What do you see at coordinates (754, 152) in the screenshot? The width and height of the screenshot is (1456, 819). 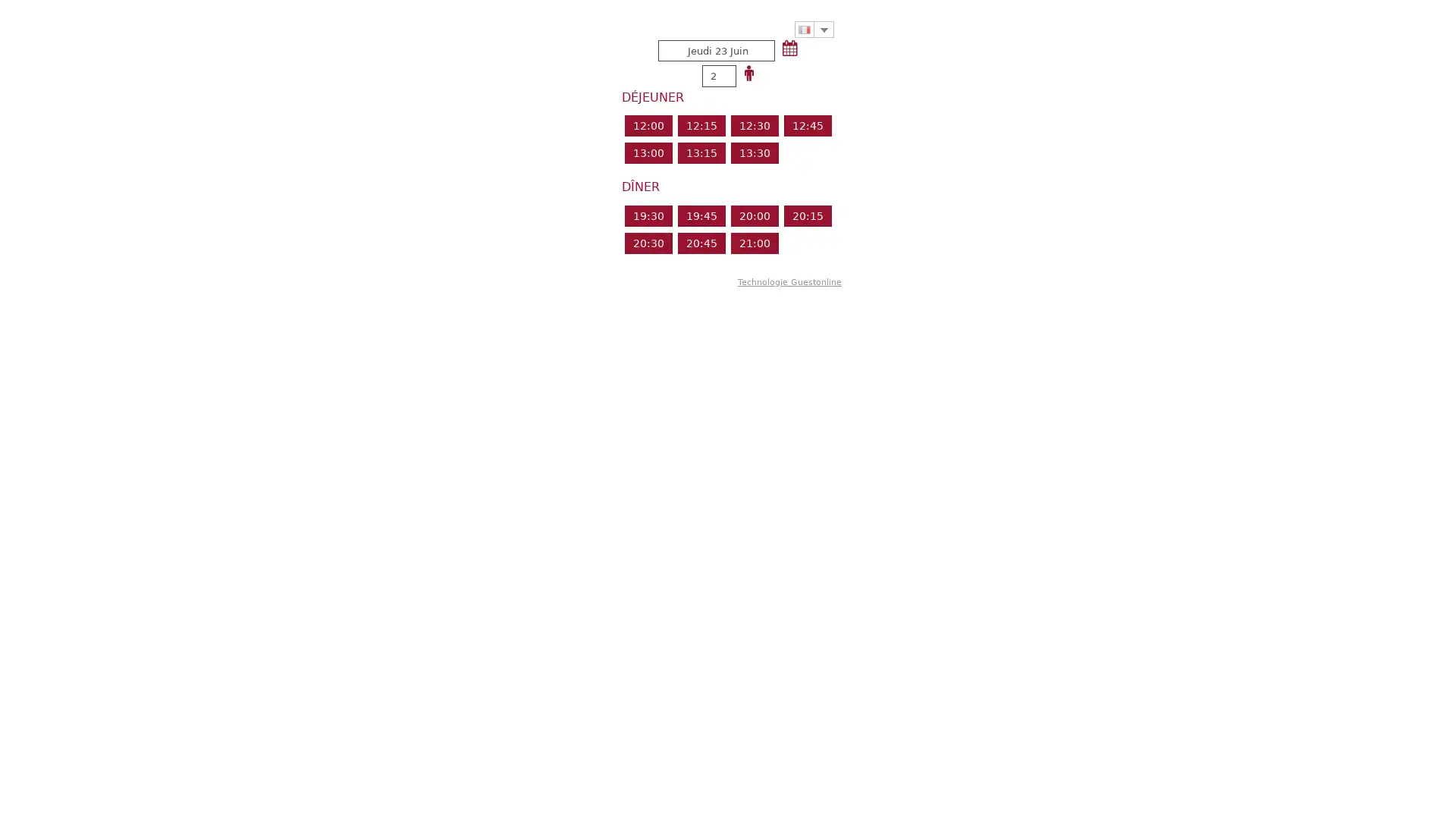 I see `13:30` at bounding box center [754, 152].